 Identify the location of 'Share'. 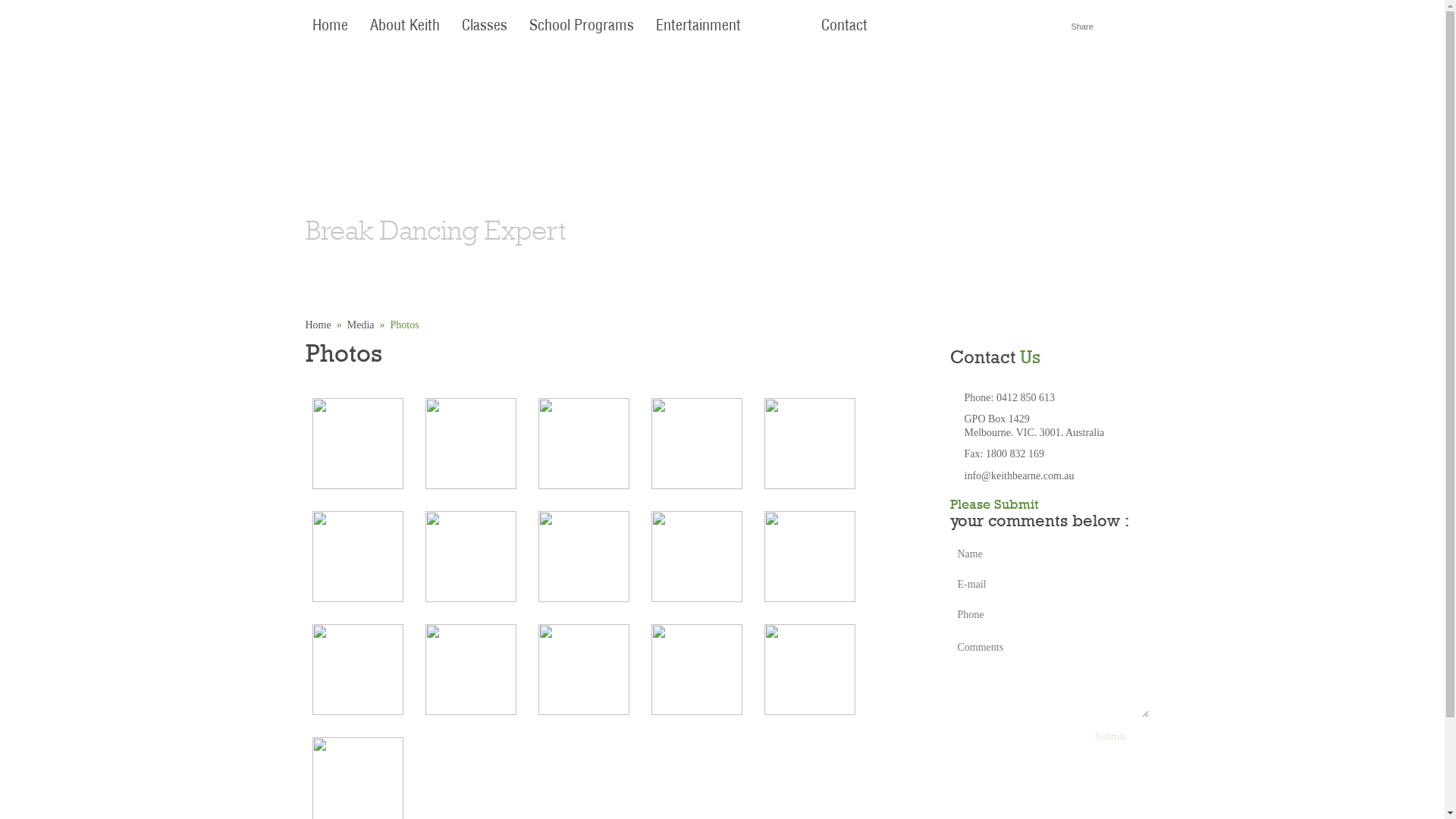
(1081, 26).